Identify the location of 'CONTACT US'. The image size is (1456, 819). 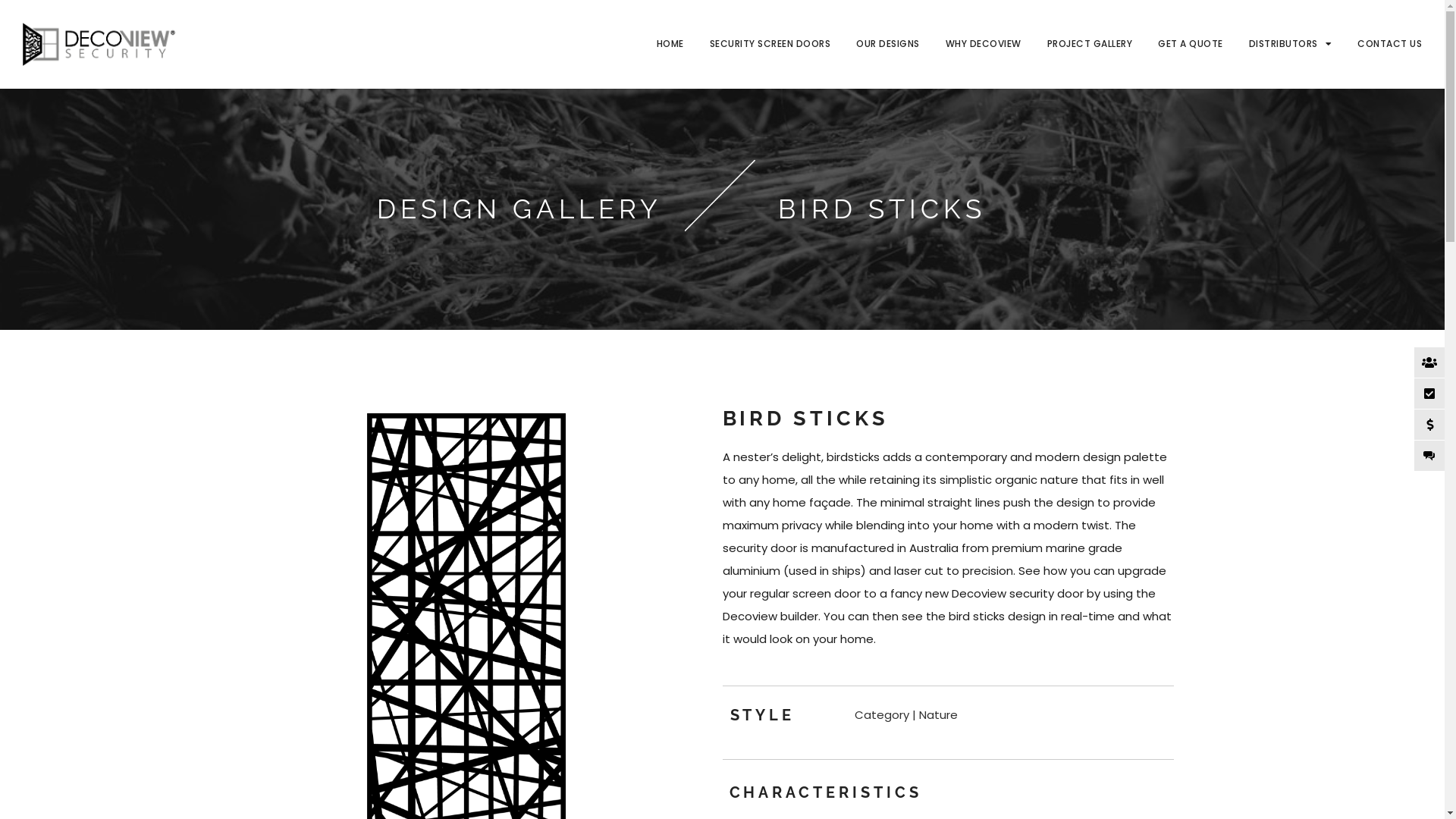
(1389, 42).